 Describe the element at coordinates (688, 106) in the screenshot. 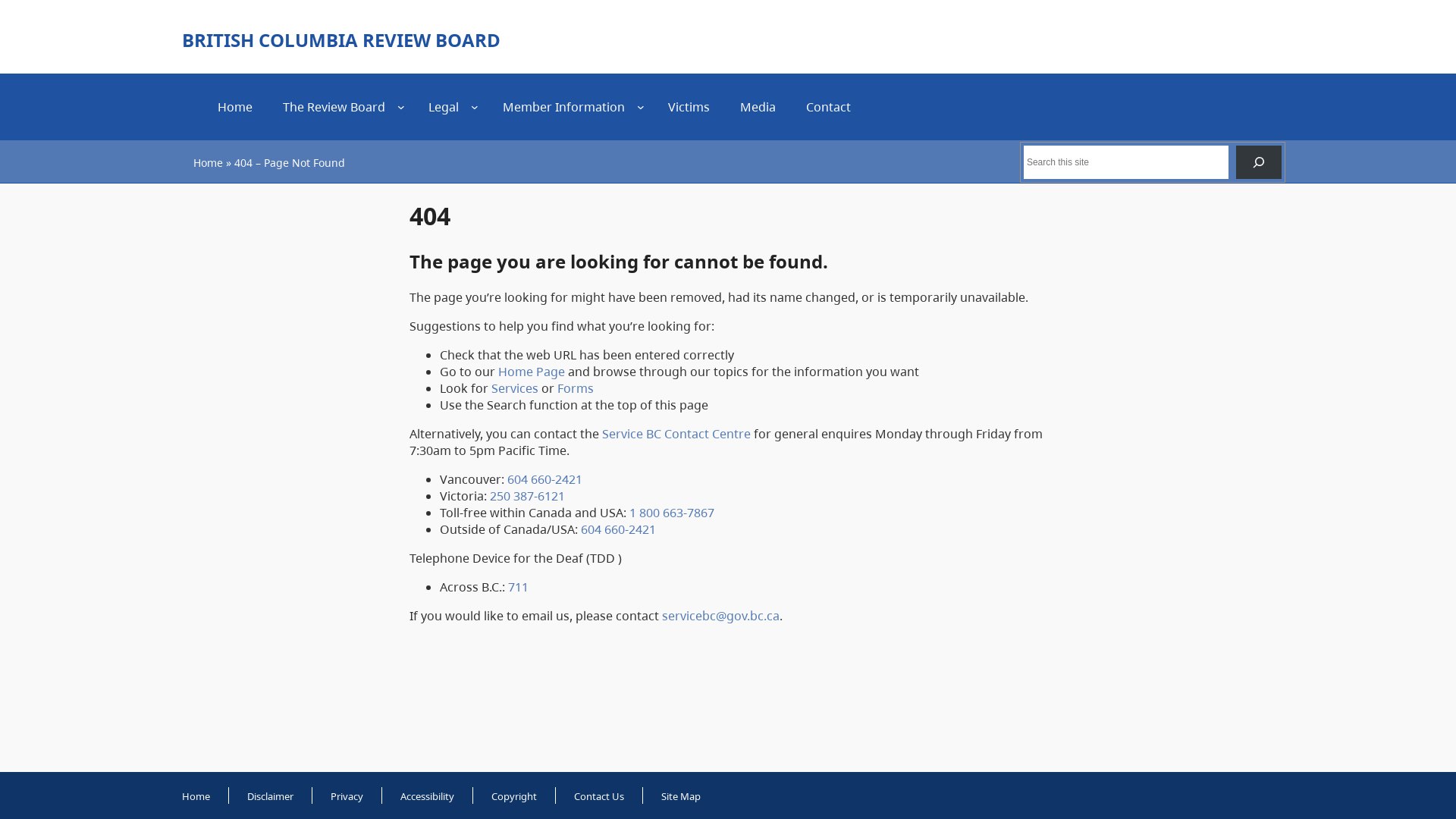

I see `'Victims'` at that location.